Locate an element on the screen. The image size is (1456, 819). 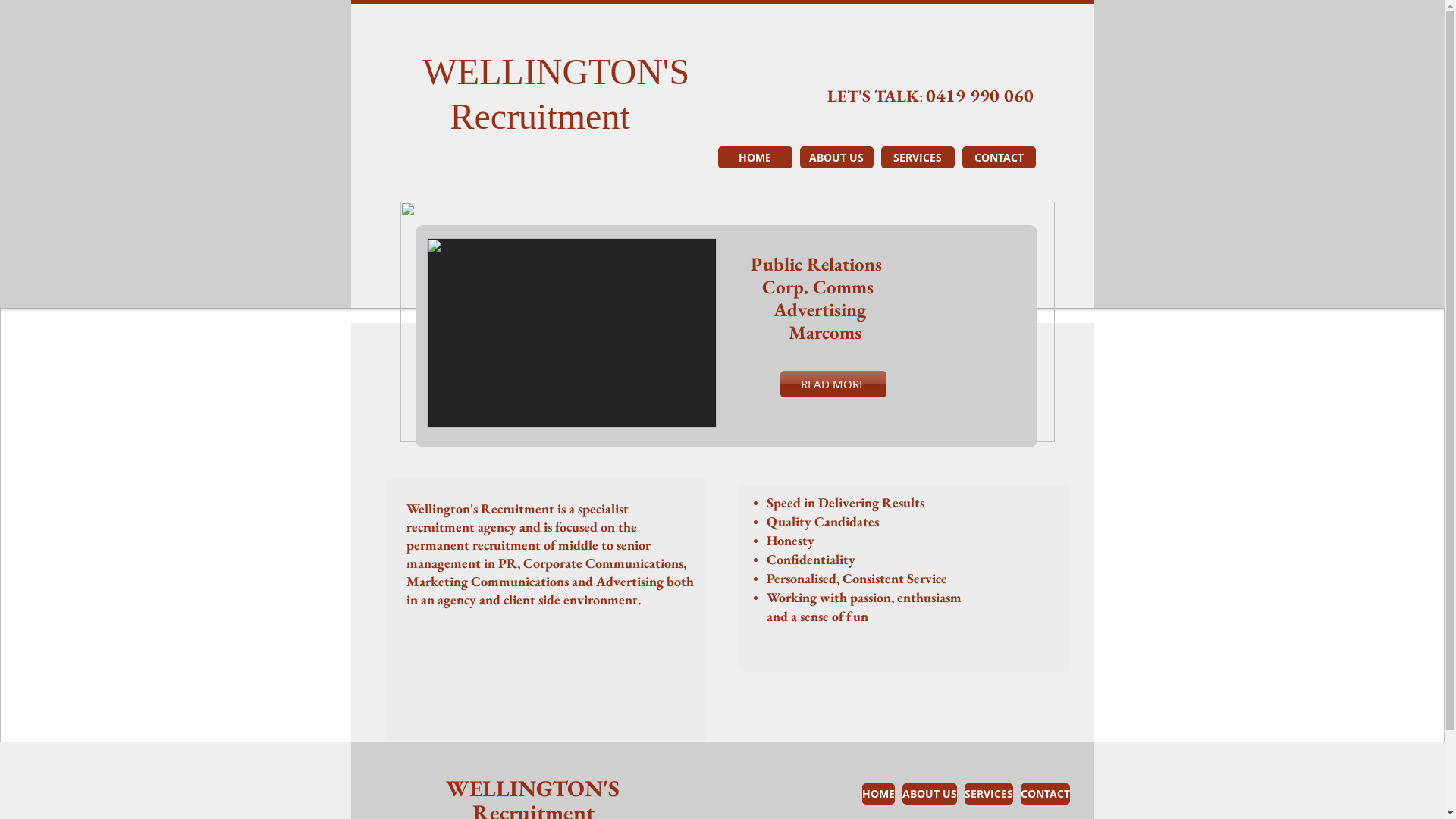
'ABOUT US' is located at coordinates (835, 157).